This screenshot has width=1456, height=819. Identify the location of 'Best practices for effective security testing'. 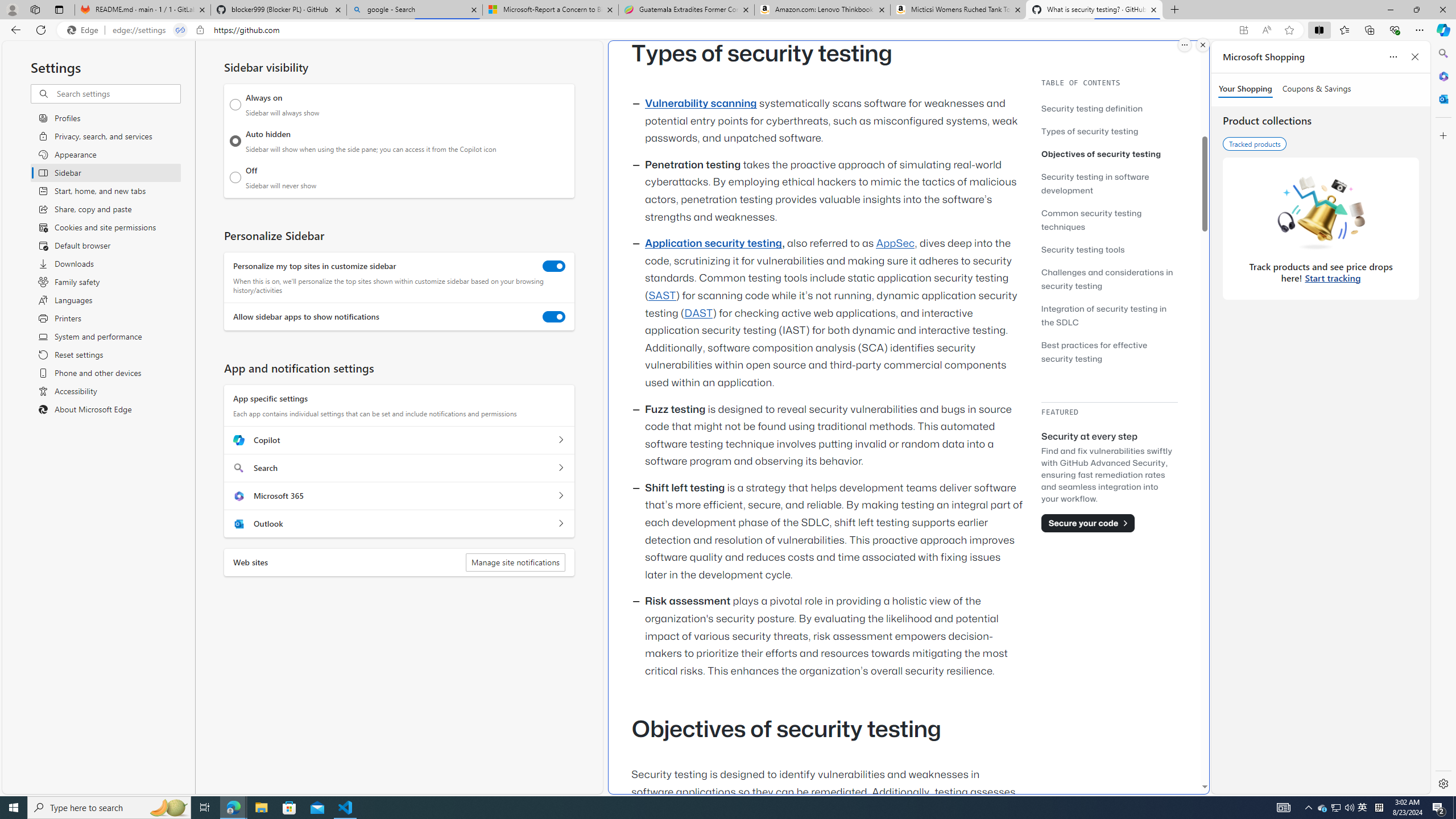
(1094, 351).